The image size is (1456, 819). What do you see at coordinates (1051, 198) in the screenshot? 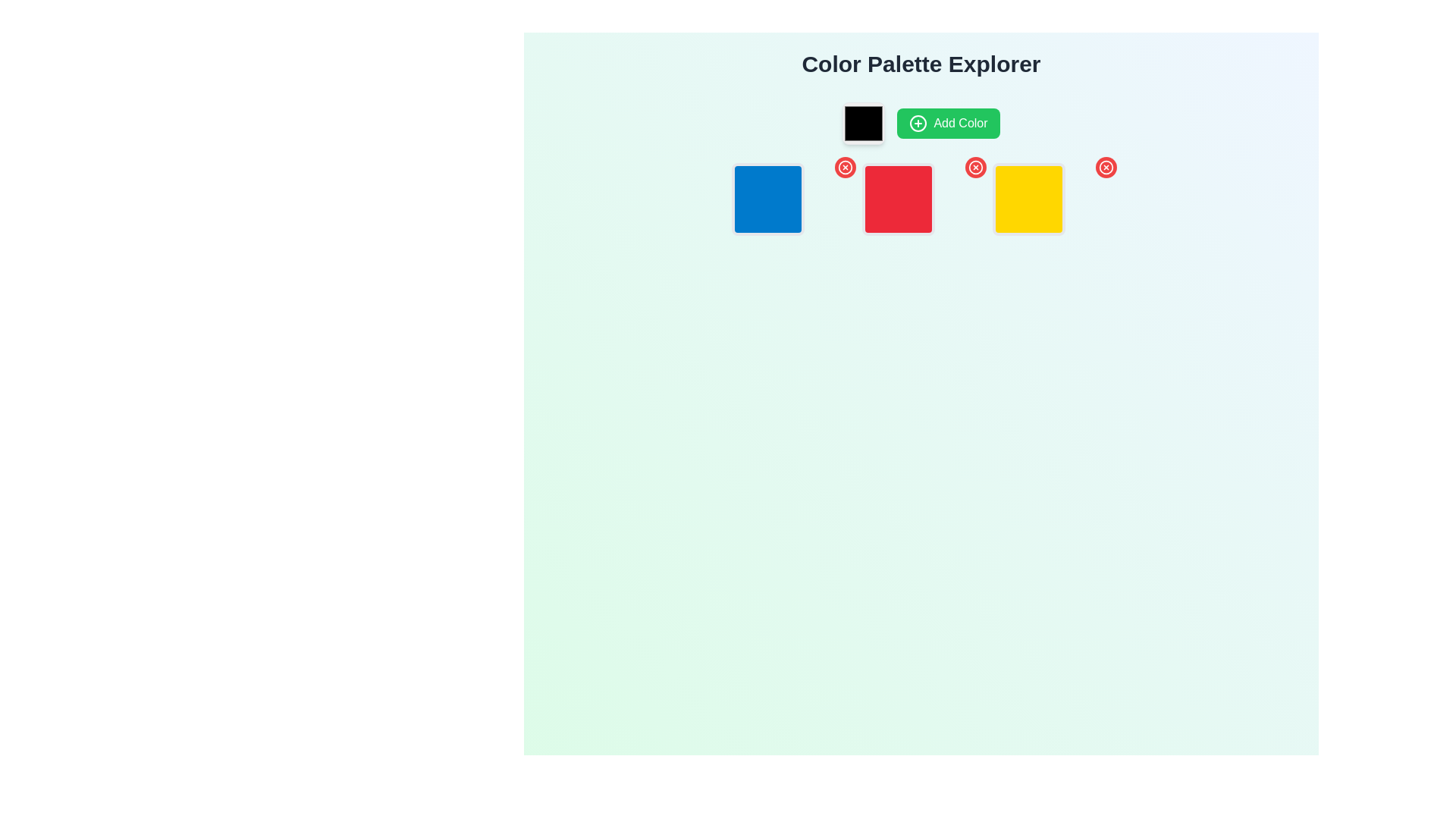
I see `the yellow square with a rounded border and bold outline located in the third column of a grid layout` at bounding box center [1051, 198].